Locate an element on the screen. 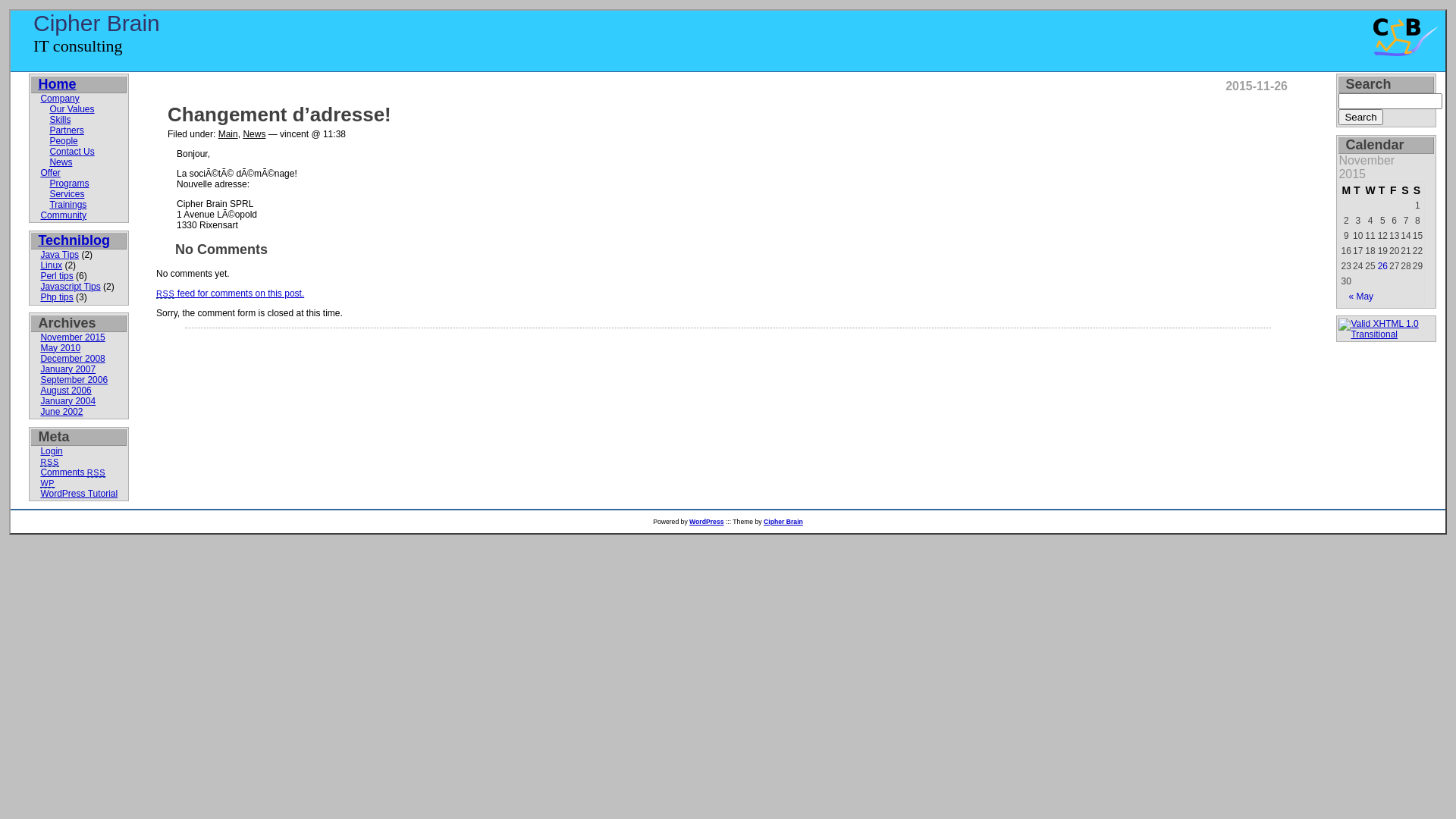  'WordPress Tutorial' is located at coordinates (78, 494).